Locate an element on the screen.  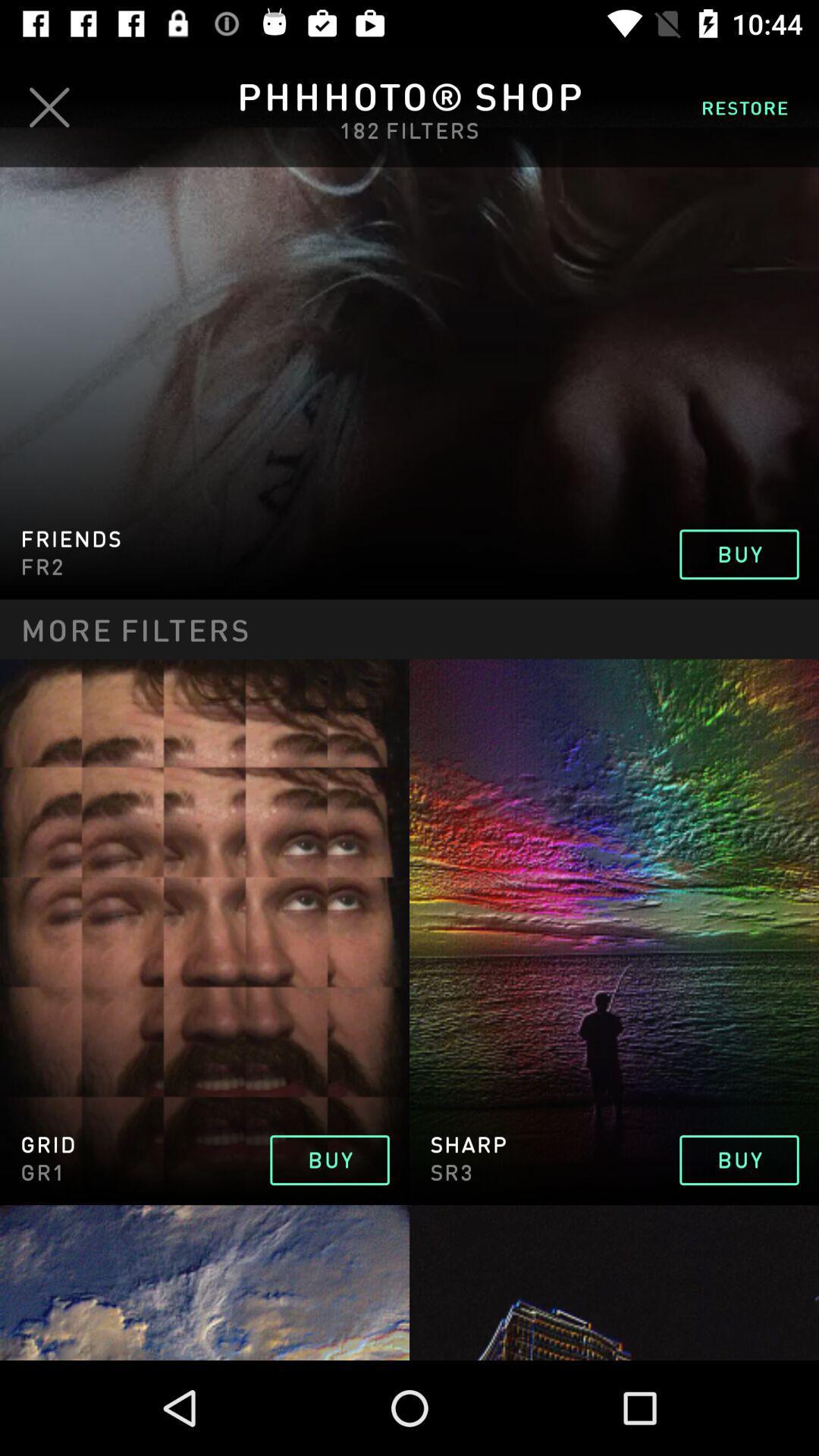
the item above buy icon is located at coordinates (744, 106).